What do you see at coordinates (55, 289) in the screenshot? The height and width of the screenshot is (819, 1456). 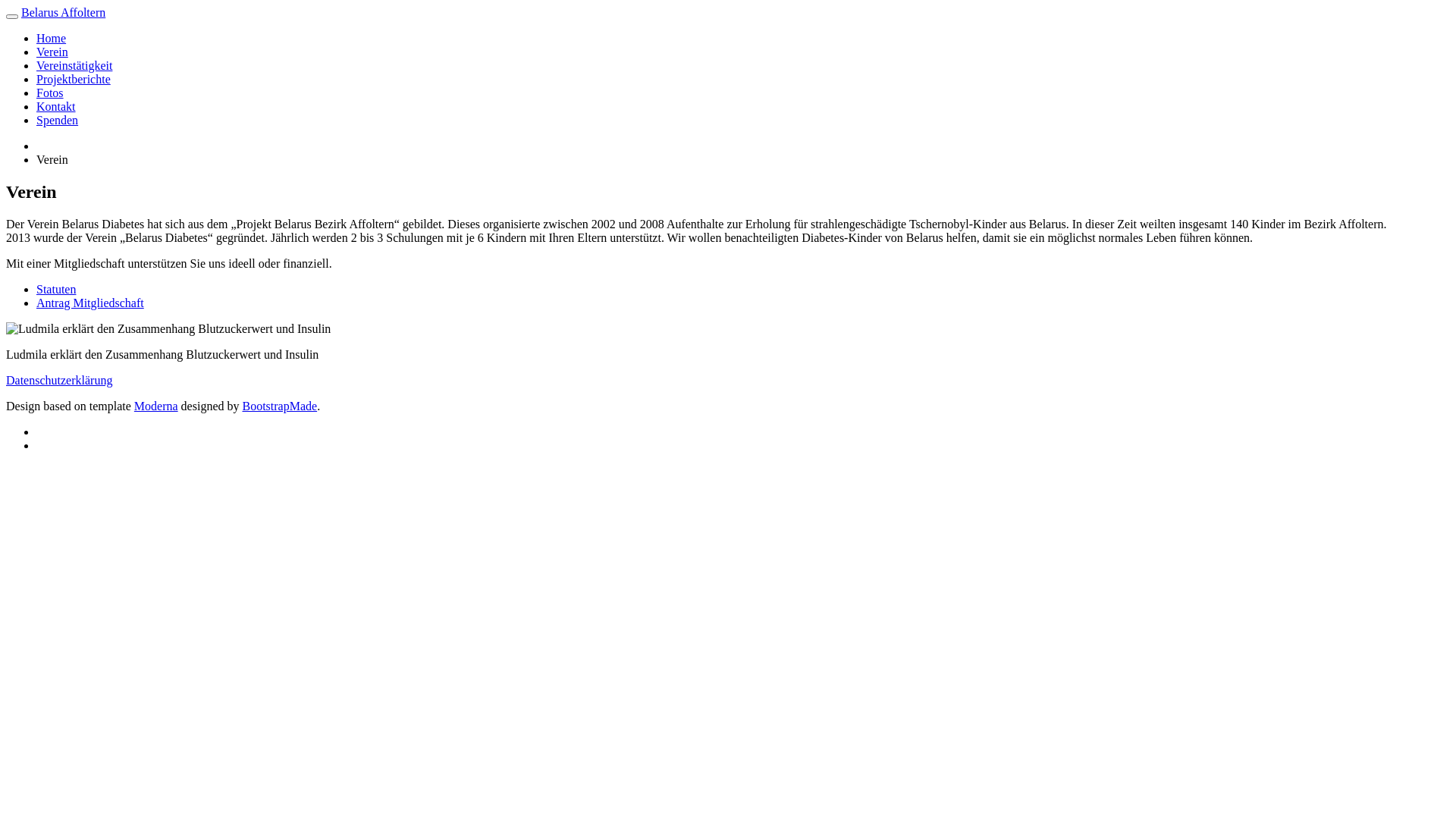 I see `'Statuten'` at bounding box center [55, 289].